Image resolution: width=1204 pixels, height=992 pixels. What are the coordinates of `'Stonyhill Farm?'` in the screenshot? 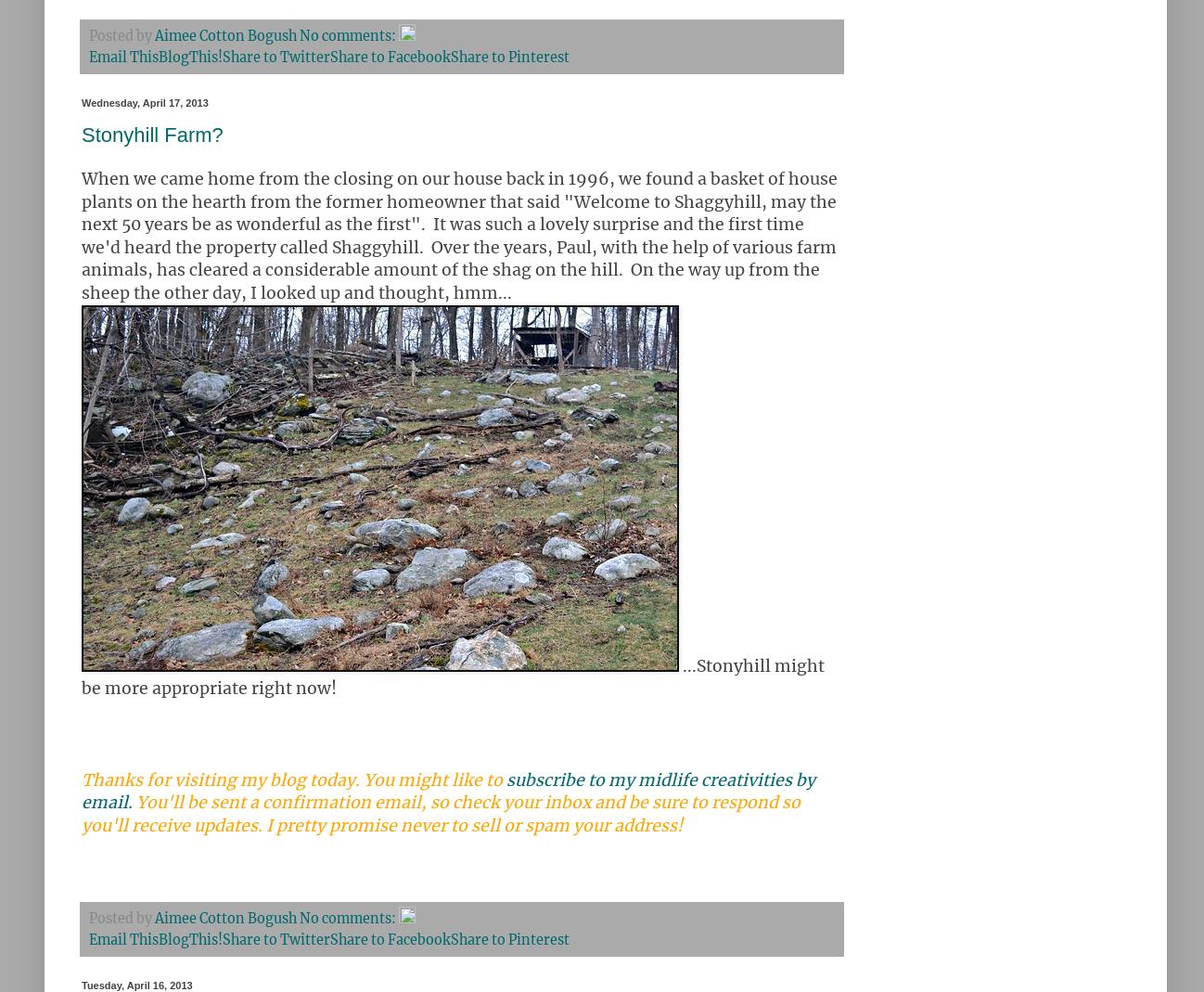 It's located at (150, 135).